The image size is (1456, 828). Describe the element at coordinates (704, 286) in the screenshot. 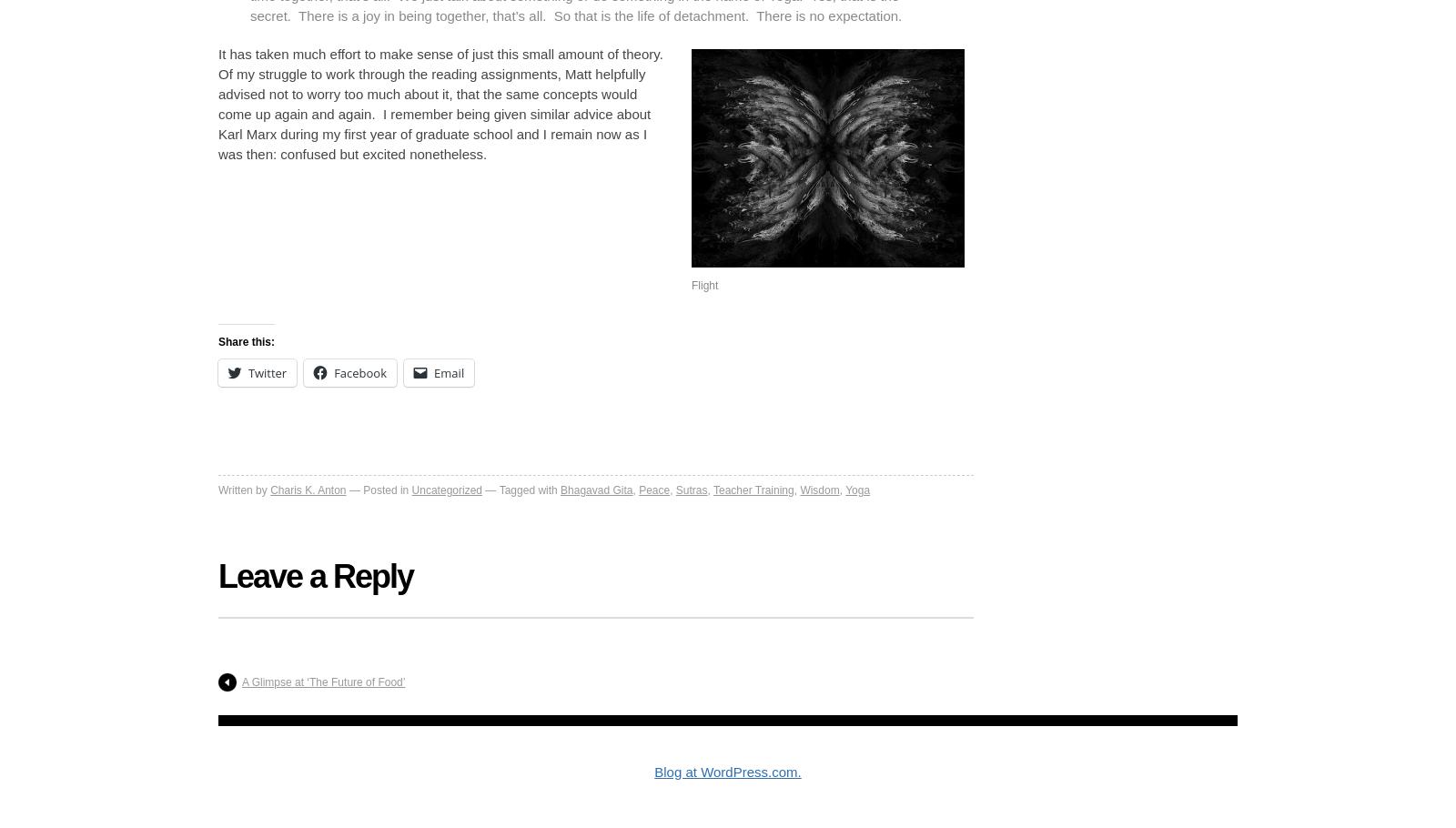

I see `'Flight'` at that location.